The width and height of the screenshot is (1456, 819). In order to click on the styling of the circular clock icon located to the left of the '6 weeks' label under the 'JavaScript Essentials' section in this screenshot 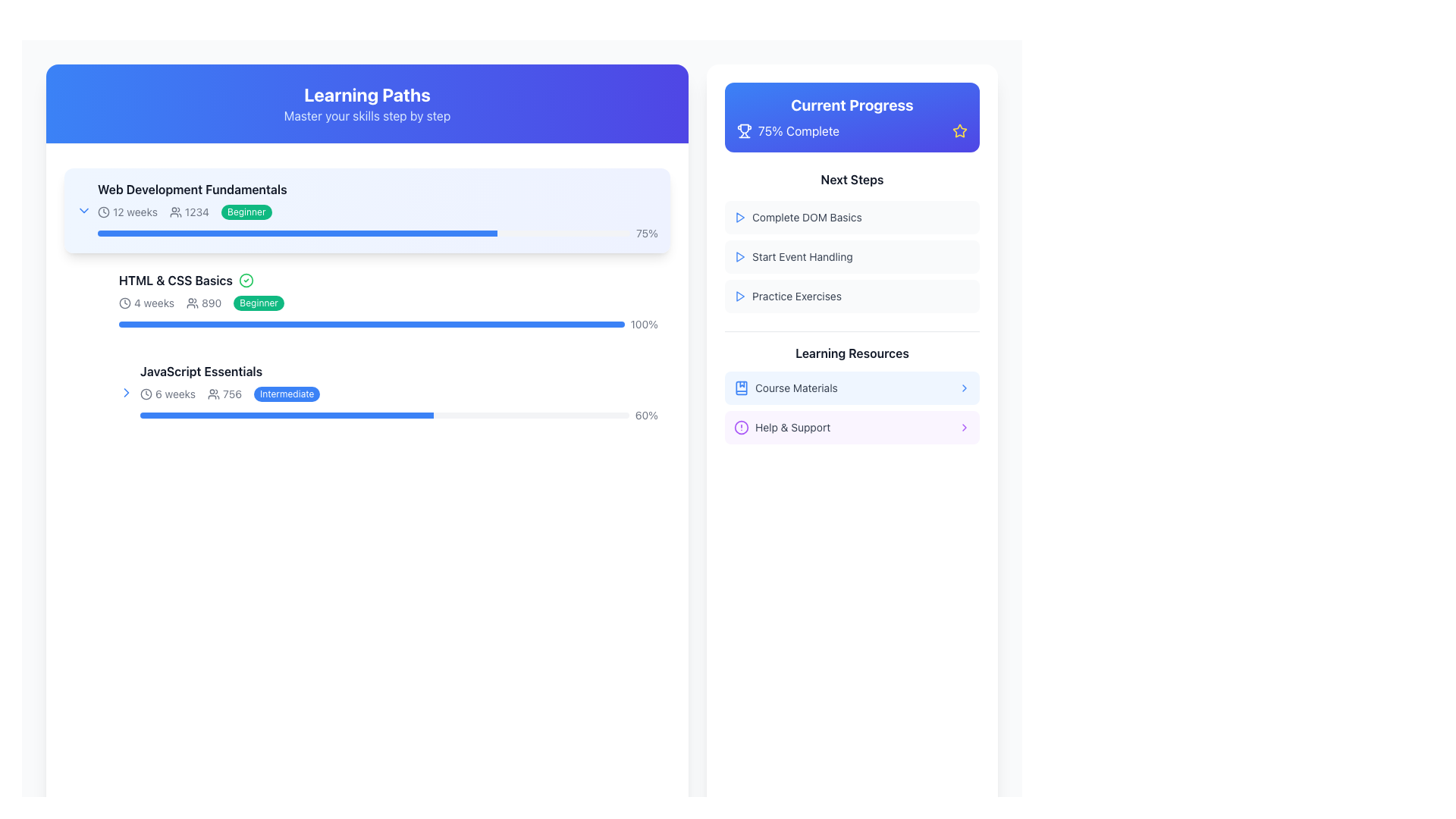, I will do `click(146, 394)`.